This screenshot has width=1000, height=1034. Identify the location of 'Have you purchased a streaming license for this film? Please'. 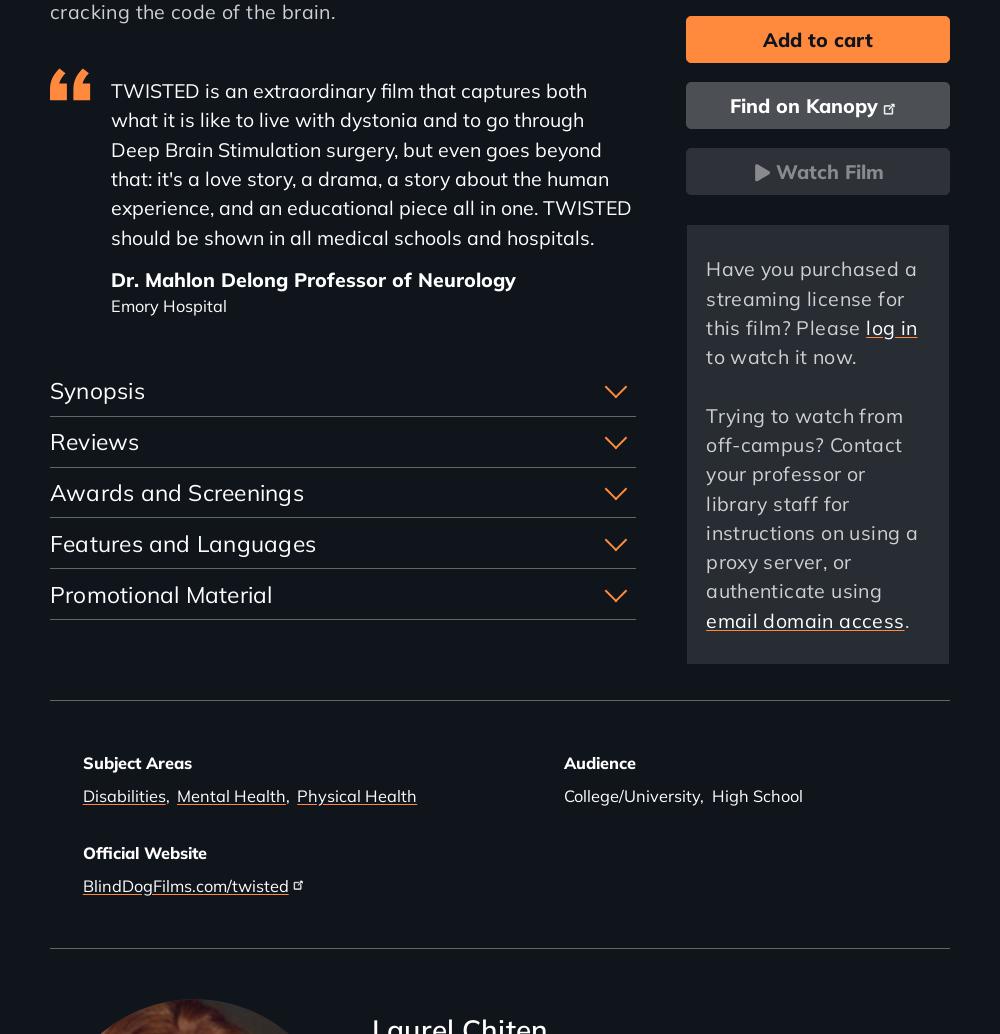
(811, 296).